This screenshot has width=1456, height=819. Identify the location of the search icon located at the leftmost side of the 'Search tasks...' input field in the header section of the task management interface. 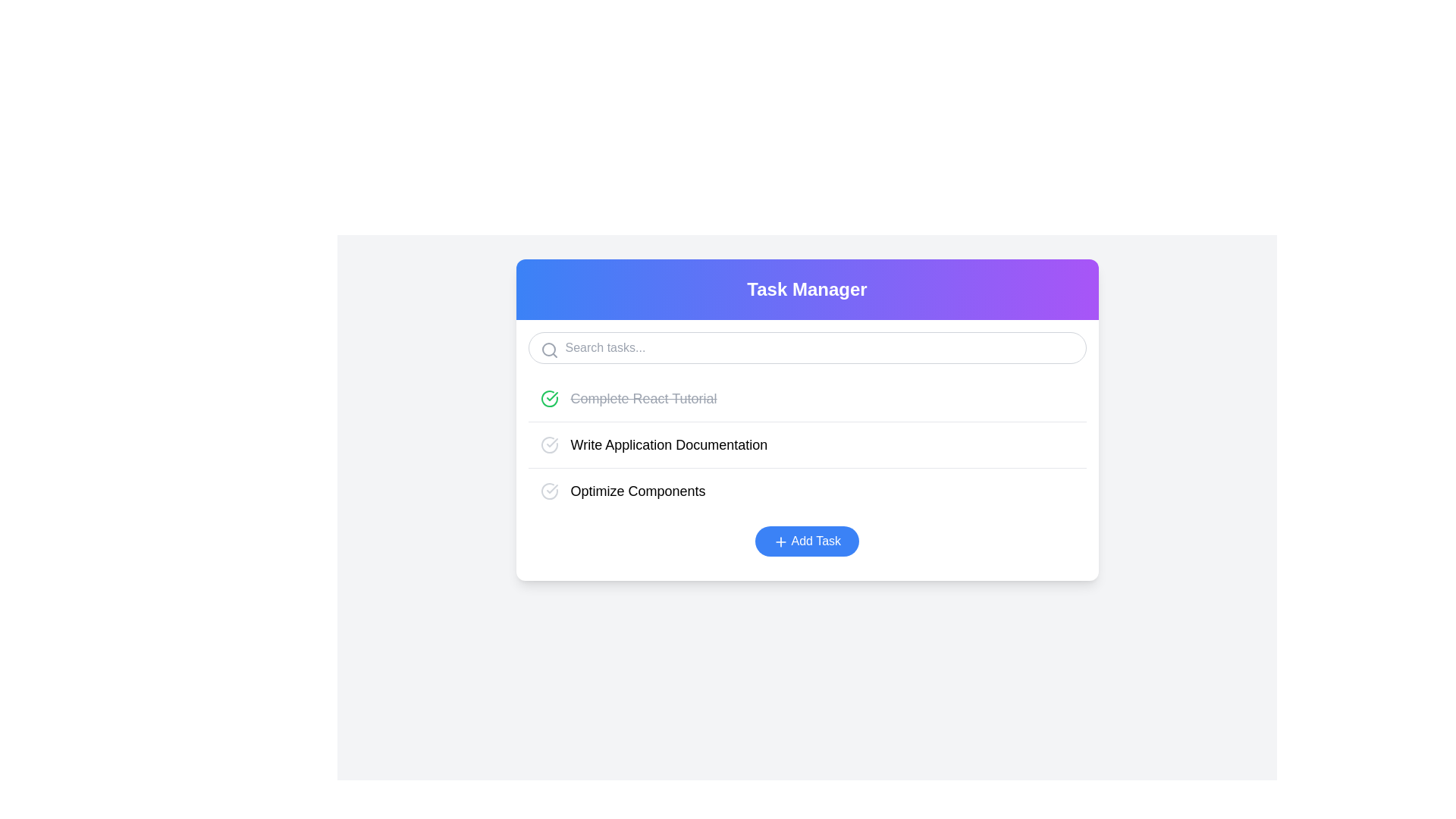
(548, 350).